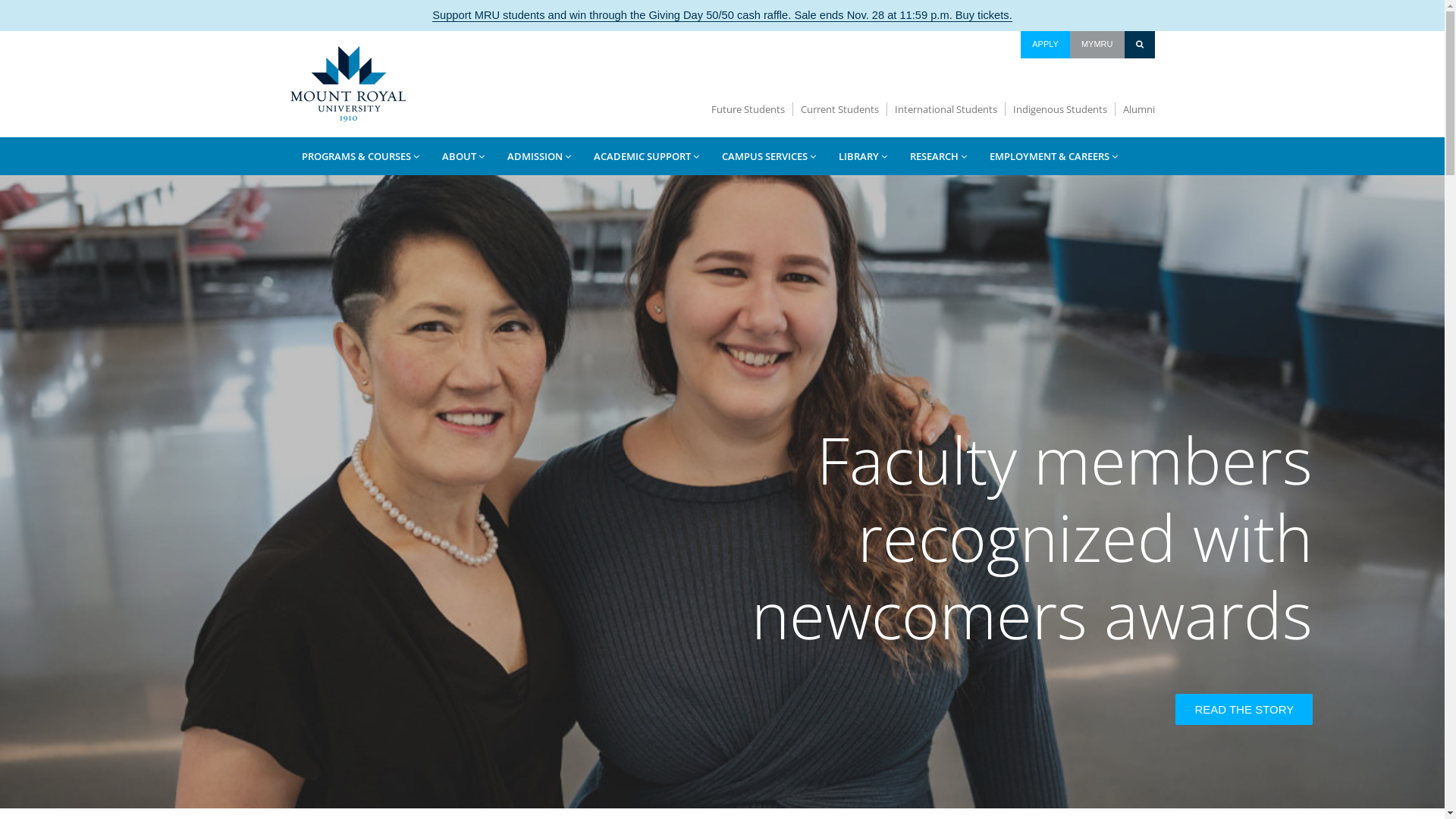 The width and height of the screenshot is (1456, 819). Describe the element at coordinates (1044, 43) in the screenshot. I see `'APPLY'` at that location.